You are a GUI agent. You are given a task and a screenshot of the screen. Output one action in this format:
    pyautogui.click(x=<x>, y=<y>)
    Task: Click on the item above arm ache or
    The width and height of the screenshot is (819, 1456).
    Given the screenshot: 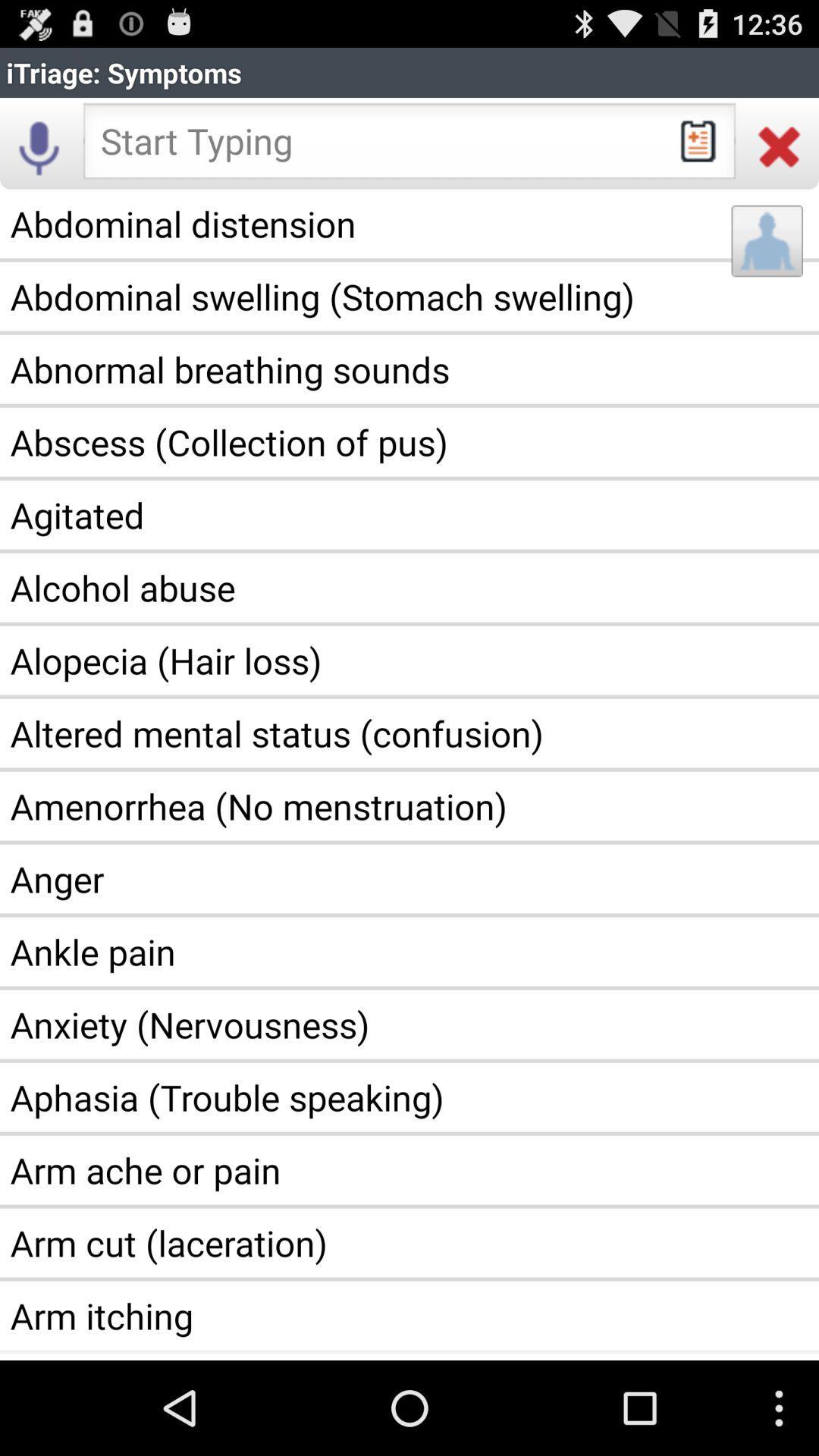 What is the action you would take?
    pyautogui.click(x=409, y=1097)
    